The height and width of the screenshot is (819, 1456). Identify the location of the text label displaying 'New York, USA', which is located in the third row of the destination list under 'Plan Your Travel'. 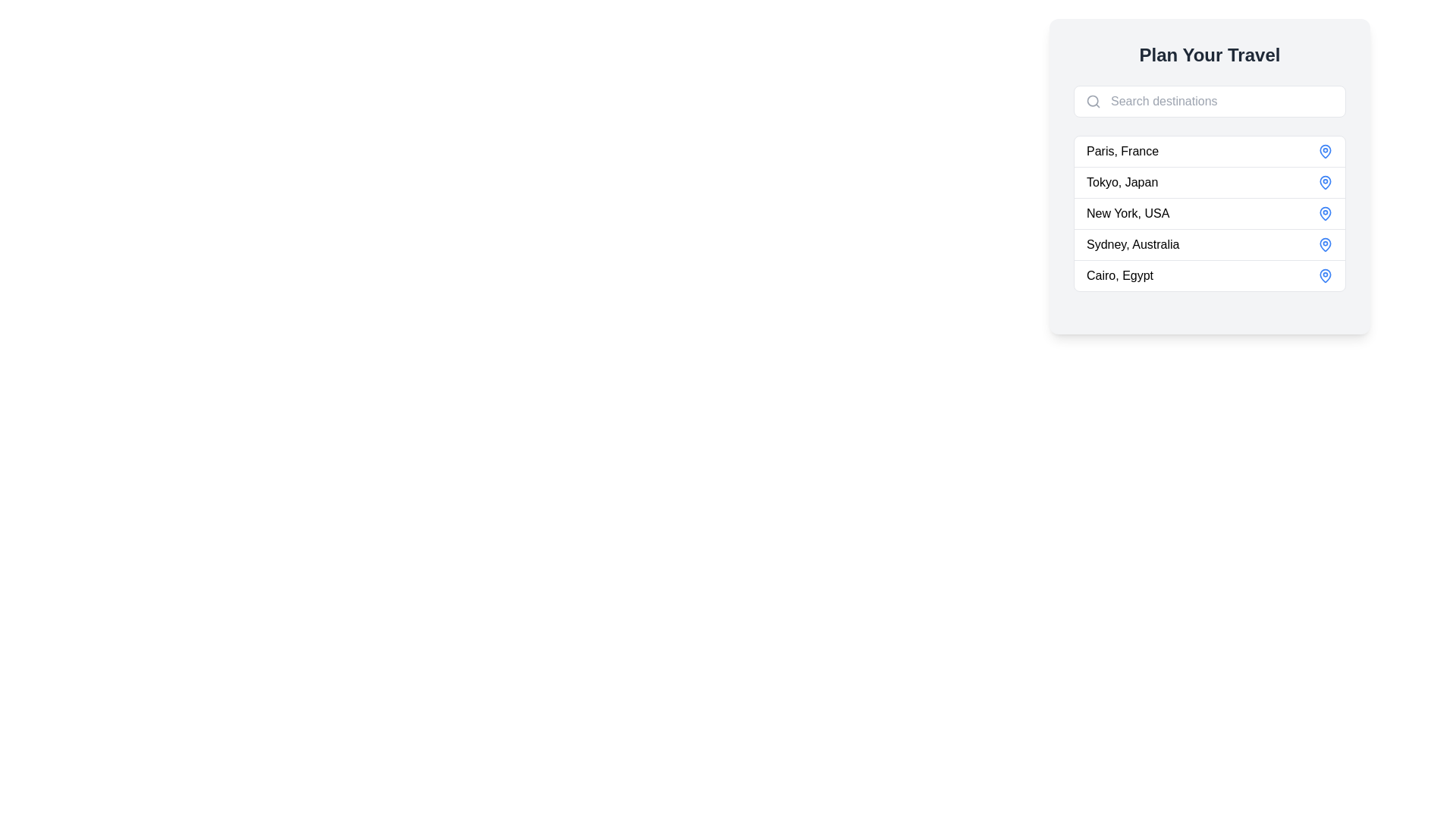
(1128, 213).